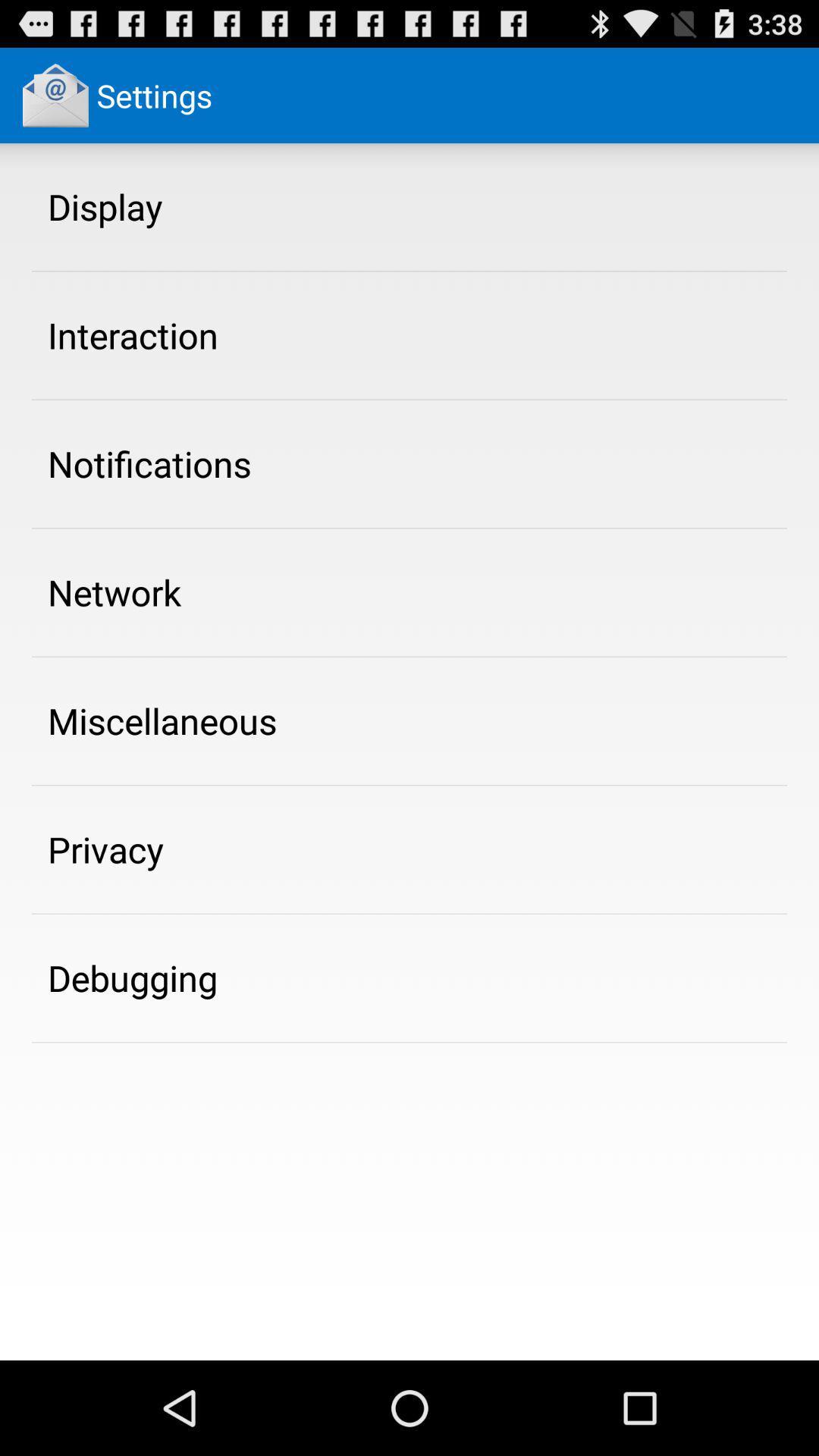 The width and height of the screenshot is (819, 1456). I want to click on app at the bottom left corner, so click(132, 977).